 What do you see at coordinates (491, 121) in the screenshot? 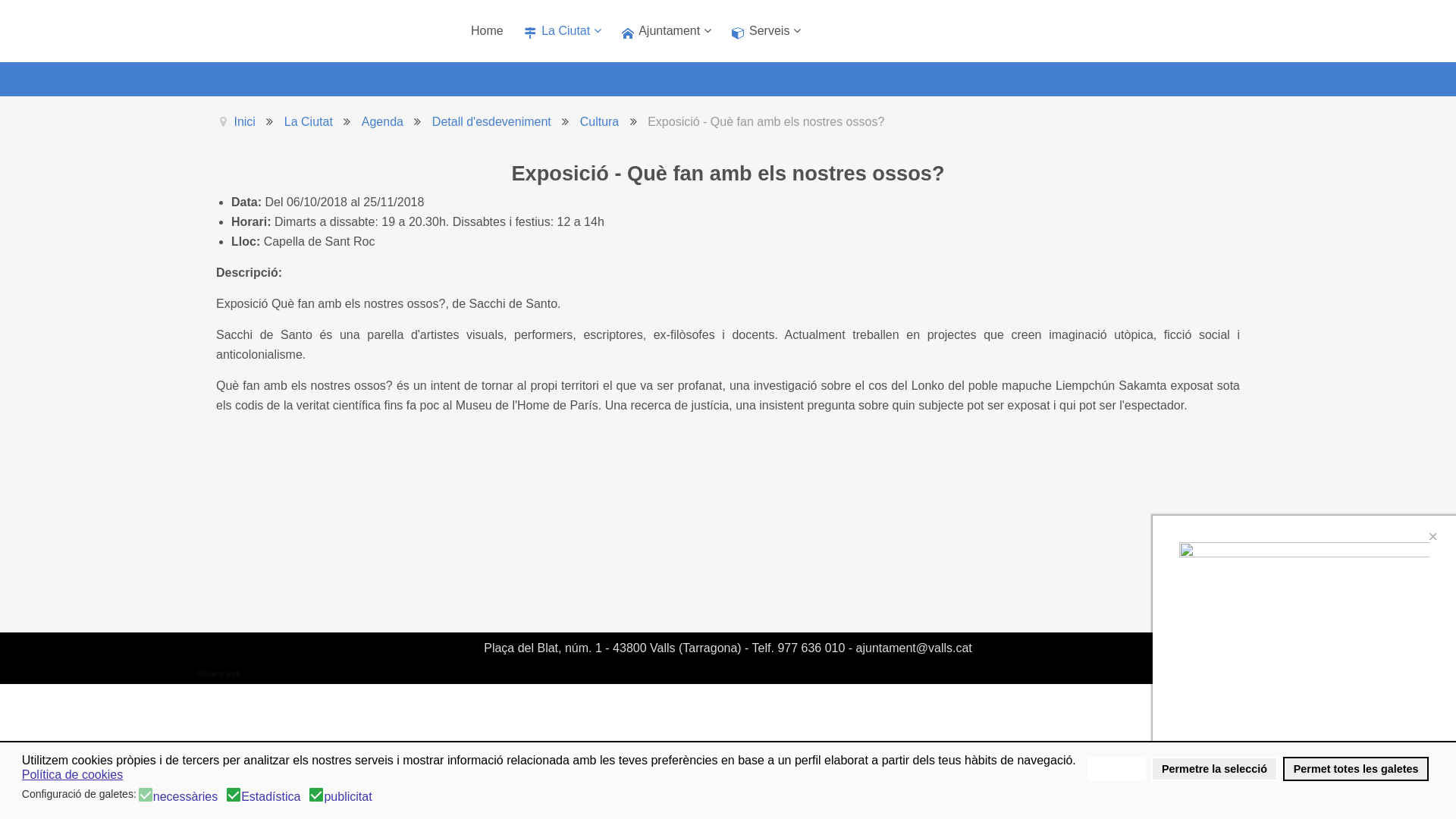
I see `'Detall d'esdeveniment'` at bounding box center [491, 121].